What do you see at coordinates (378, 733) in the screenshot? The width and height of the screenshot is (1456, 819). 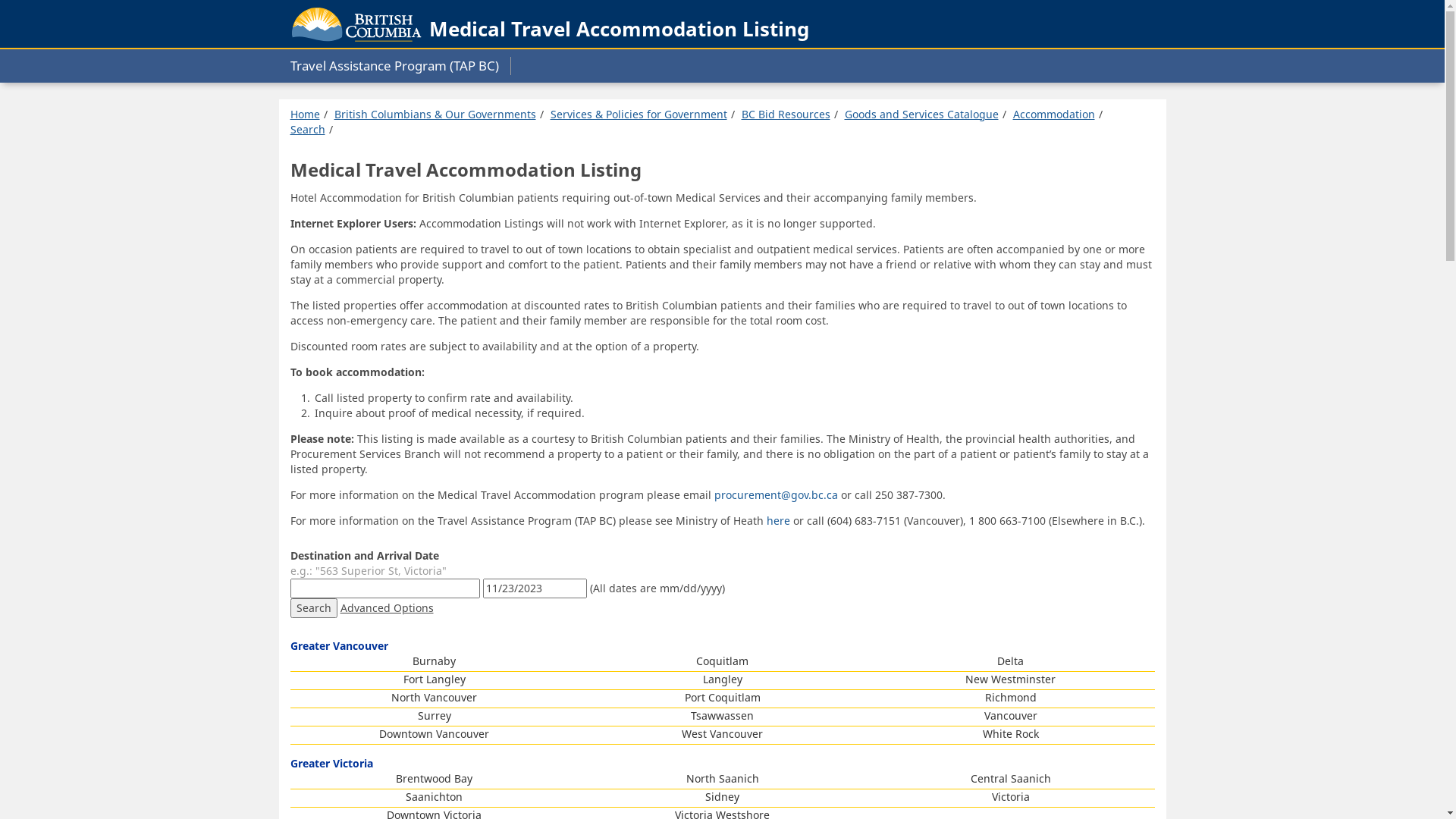 I see `'Downtown Vancouver'` at bounding box center [378, 733].